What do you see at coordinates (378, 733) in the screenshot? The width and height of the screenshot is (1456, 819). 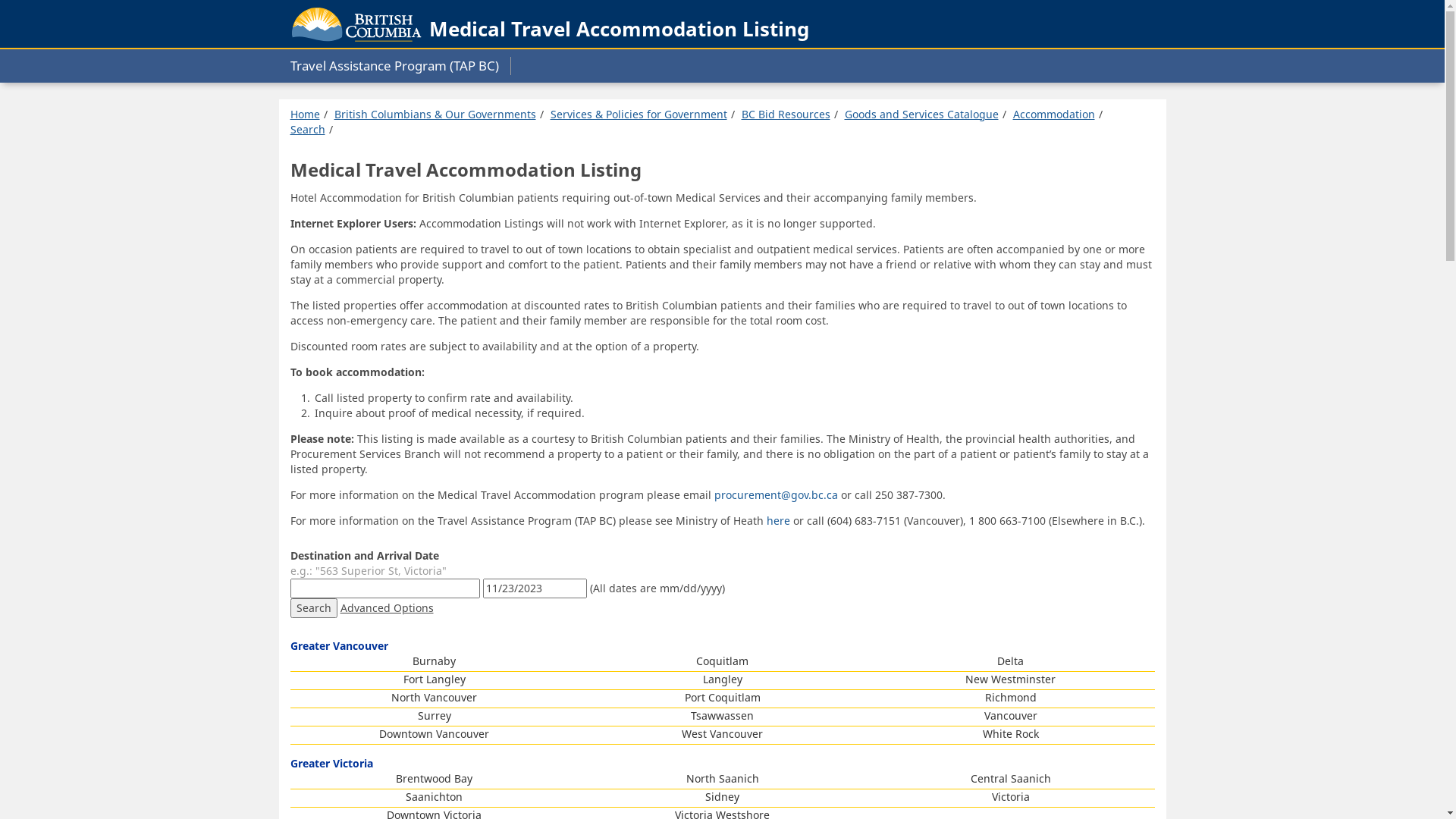 I see `'Downtown Vancouver'` at bounding box center [378, 733].